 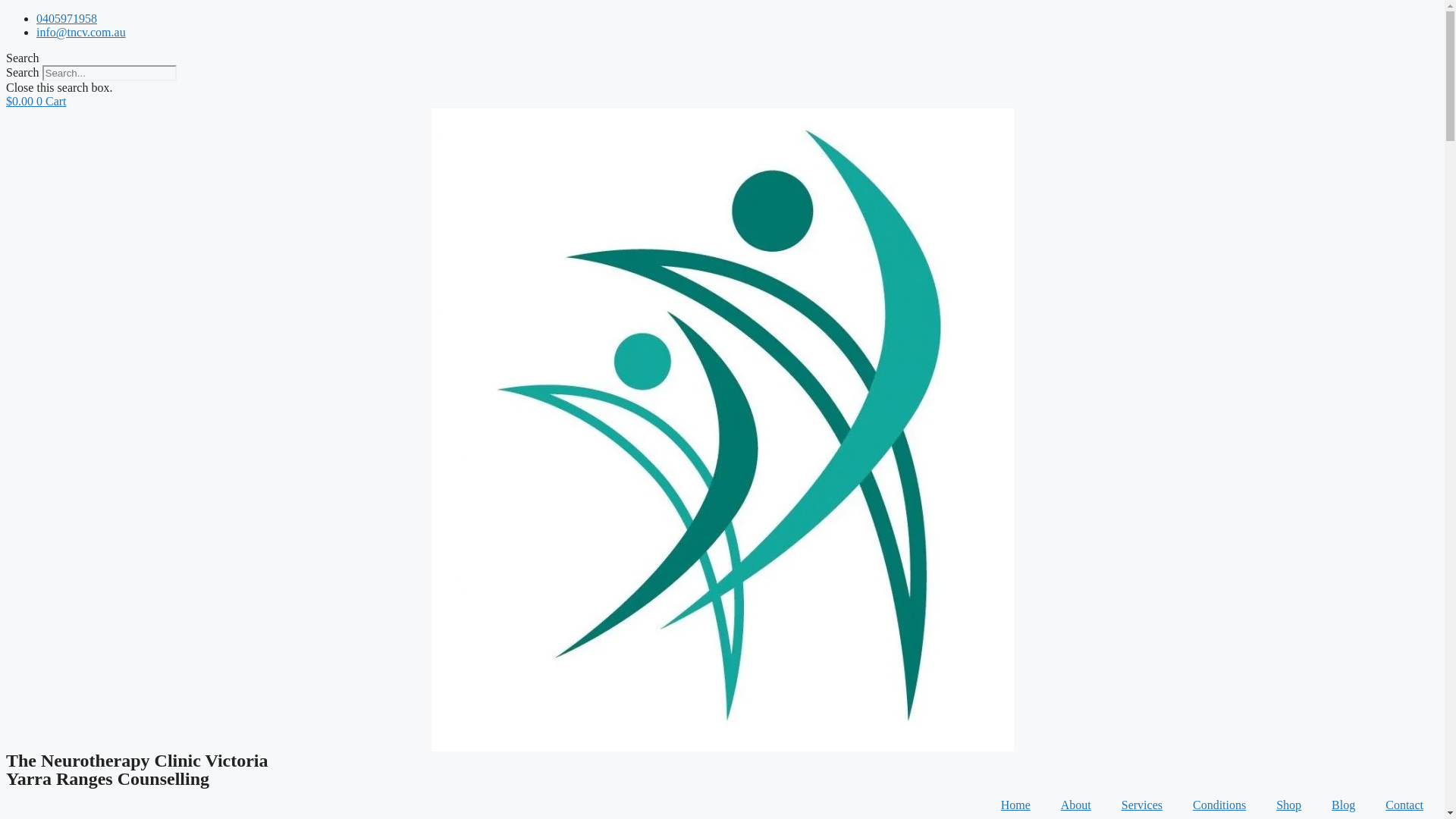 What do you see at coordinates (65, 18) in the screenshot?
I see `'0405971958'` at bounding box center [65, 18].